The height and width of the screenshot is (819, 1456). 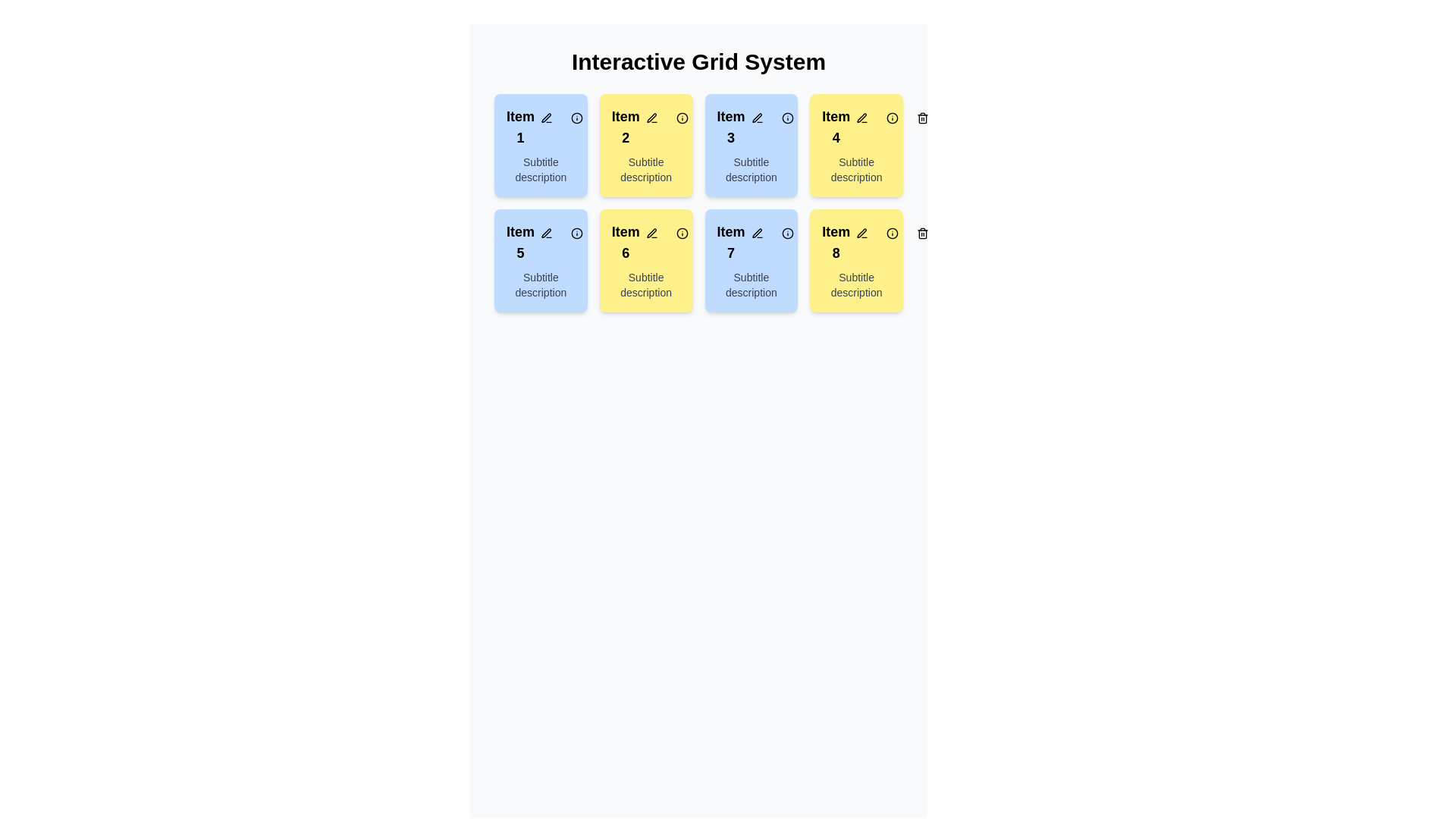 What do you see at coordinates (817, 234) in the screenshot?
I see `the delete button for the 'Item 8' card, which is the third action button in the action row and positioned on the far right after the edit and info buttons` at bounding box center [817, 234].